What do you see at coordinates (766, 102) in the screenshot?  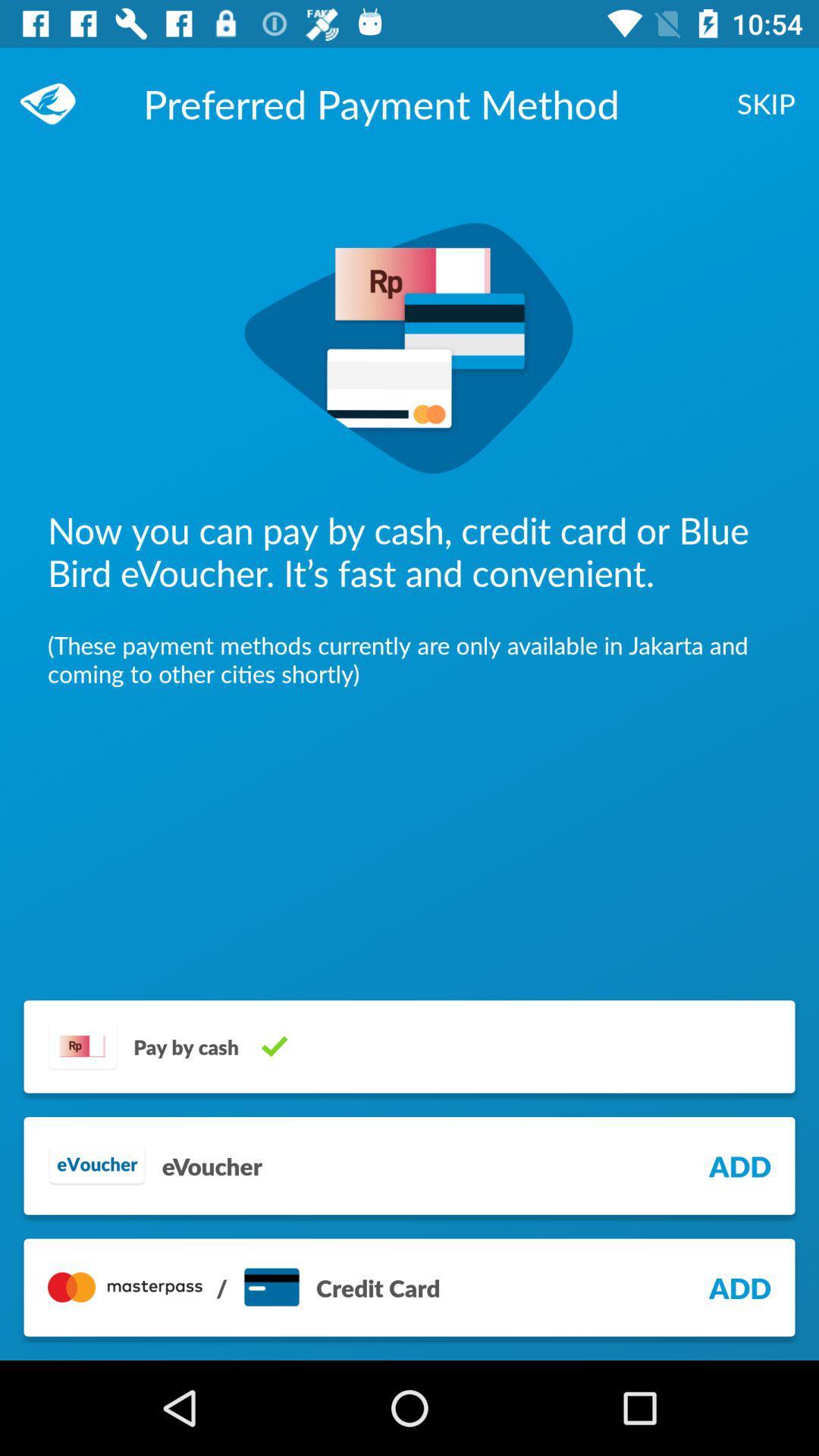 I see `icon to the right of preferred payment method icon` at bounding box center [766, 102].